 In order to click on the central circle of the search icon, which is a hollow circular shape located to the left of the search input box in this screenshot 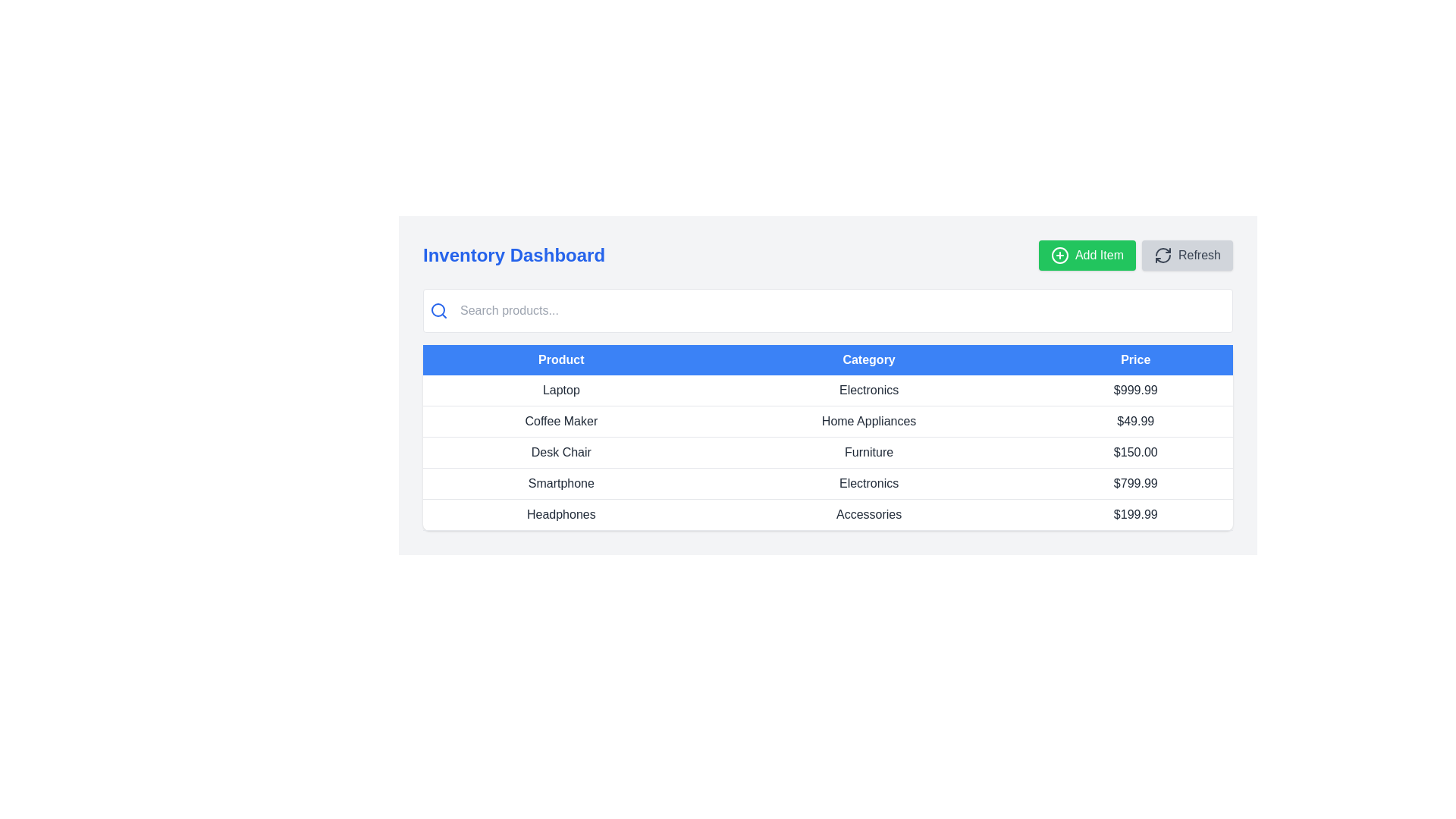, I will do `click(437, 309)`.